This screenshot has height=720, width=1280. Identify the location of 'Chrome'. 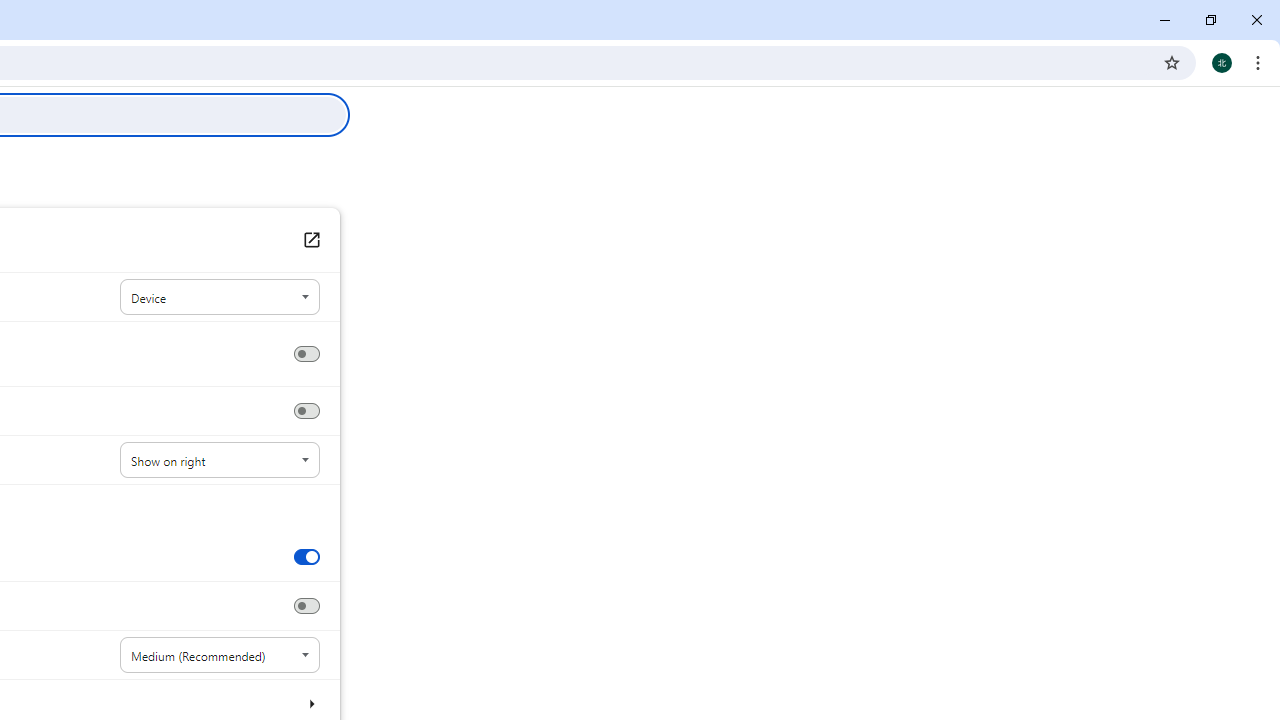
(1259, 61).